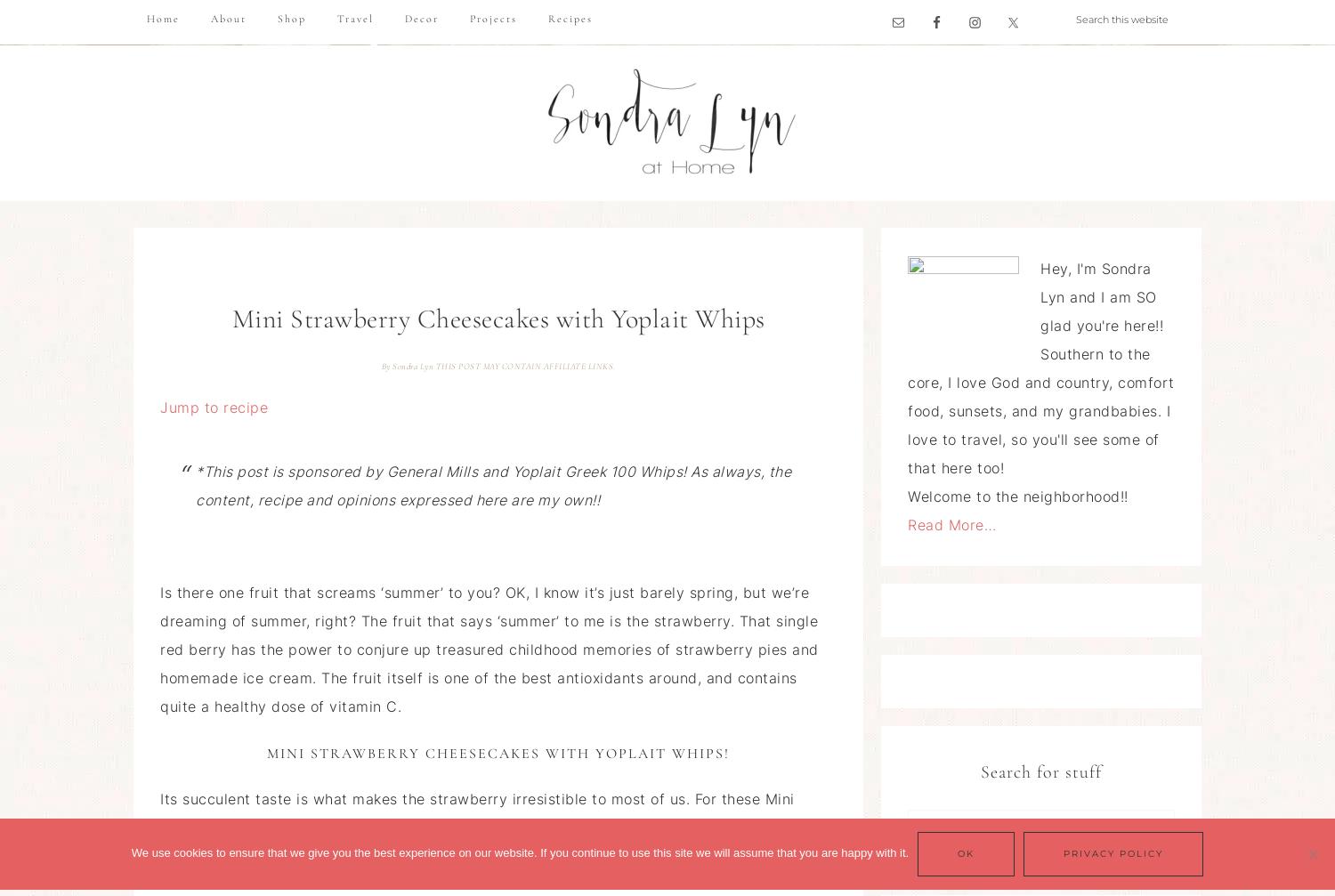  What do you see at coordinates (801, 860) in the screenshot?
I see `'0'` at bounding box center [801, 860].